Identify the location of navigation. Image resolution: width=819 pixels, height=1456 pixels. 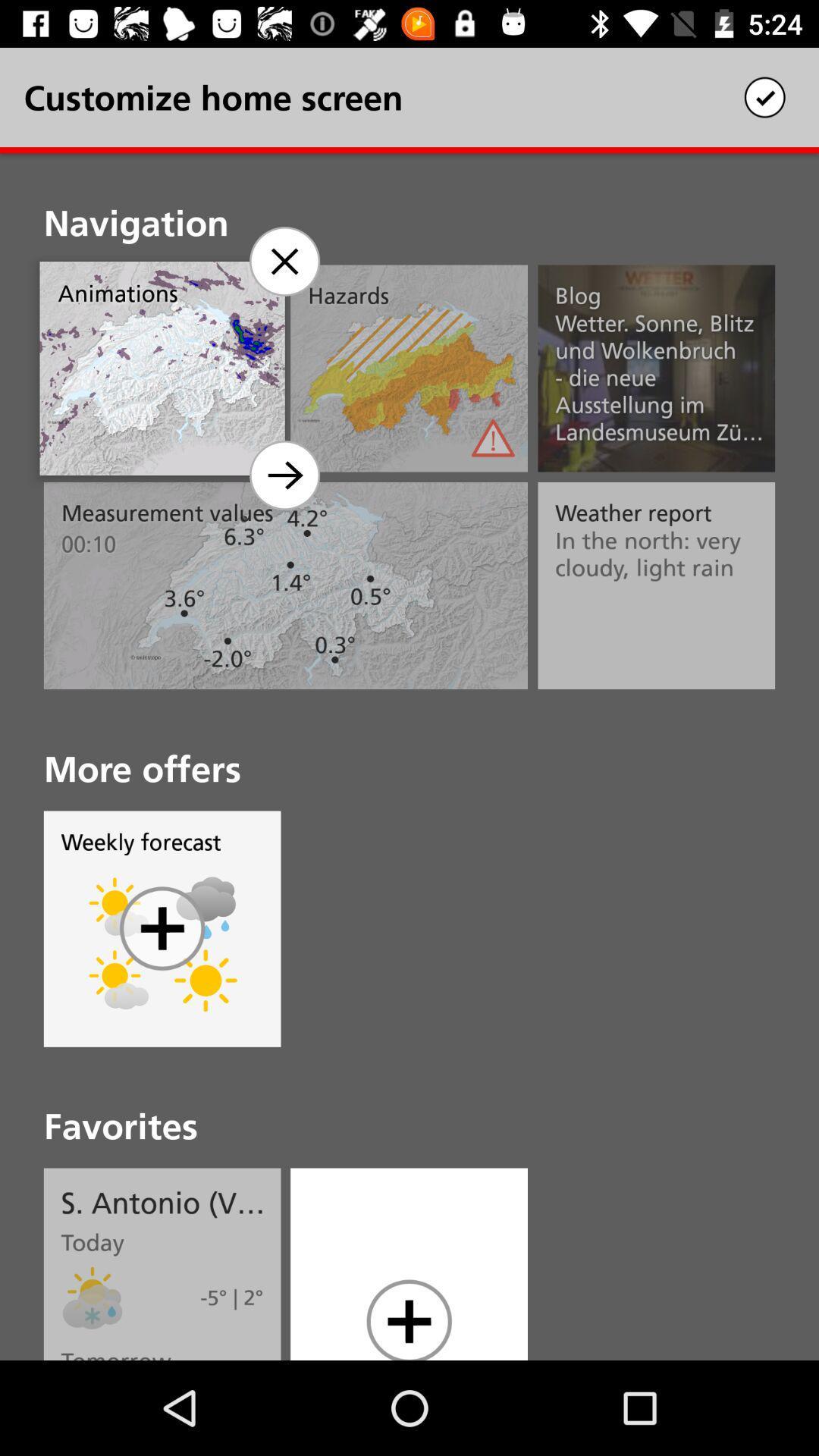
(284, 262).